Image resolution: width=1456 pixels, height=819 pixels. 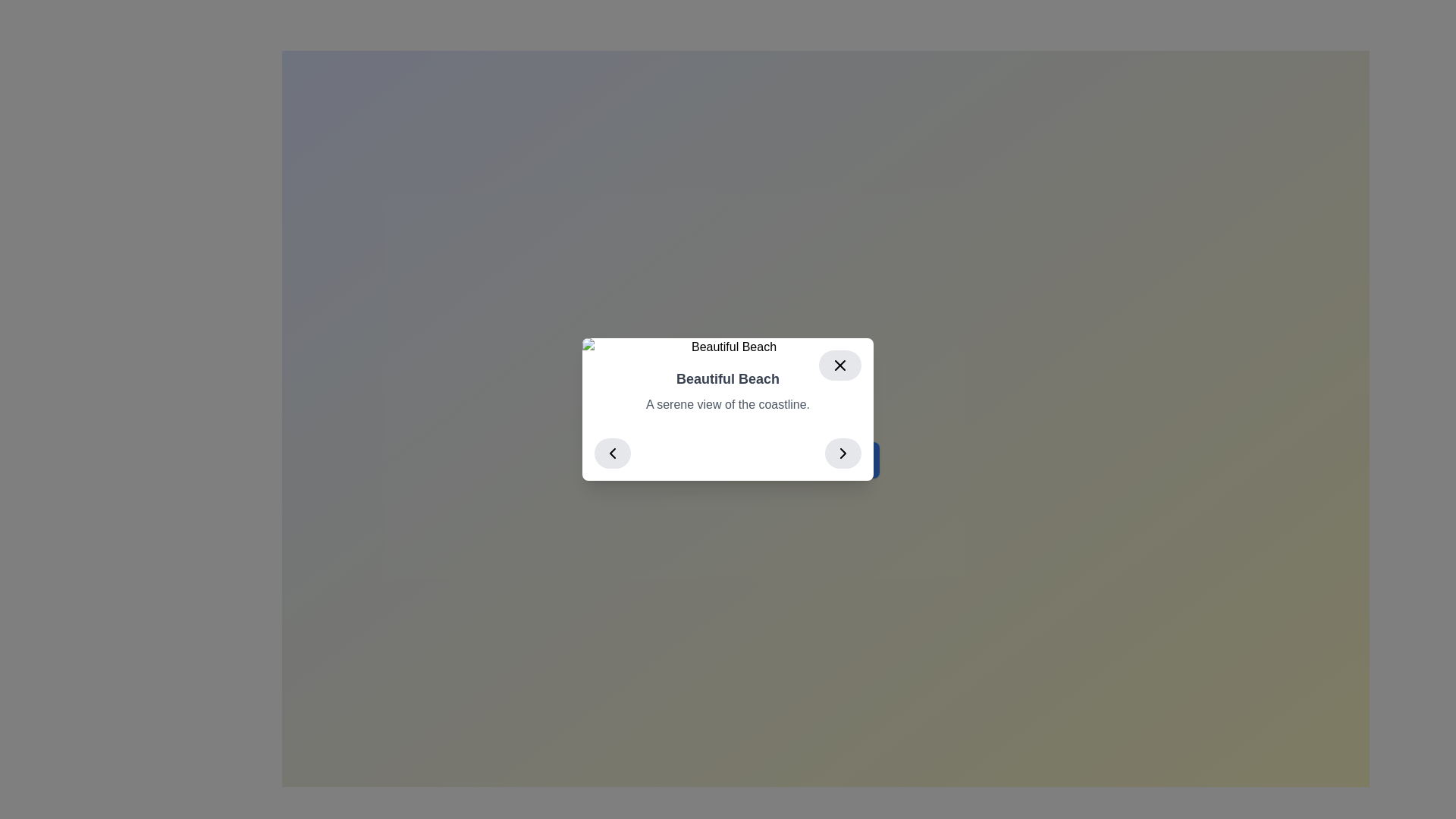 I want to click on the close button vector graphic located at the top-right corner of the pop-up dialog, near the title text 'Beautiful Beach', so click(x=839, y=366).